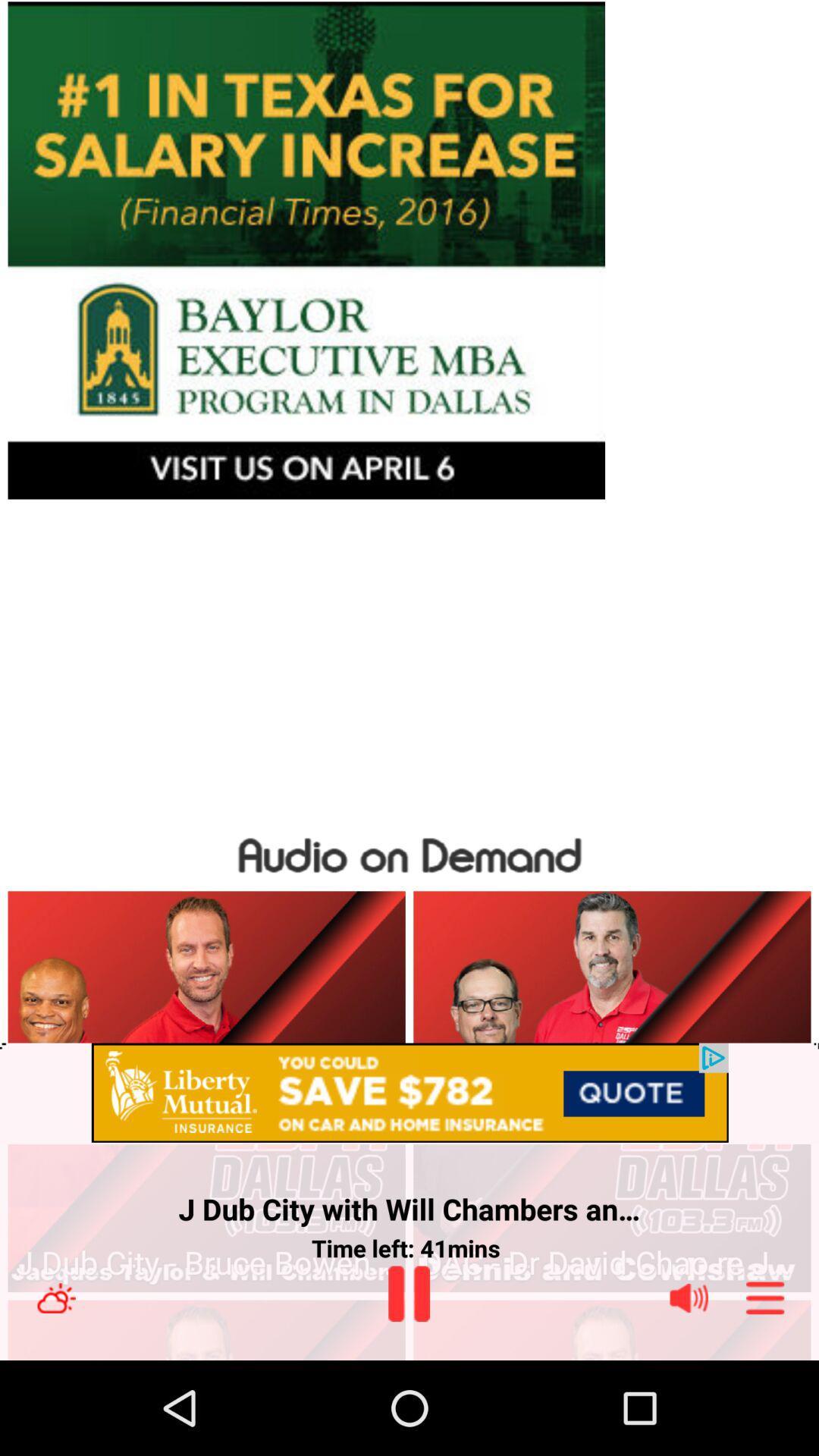  Describe the element at coordinates (409, 1094) in the screenshot. I see `advertisement` at that location.